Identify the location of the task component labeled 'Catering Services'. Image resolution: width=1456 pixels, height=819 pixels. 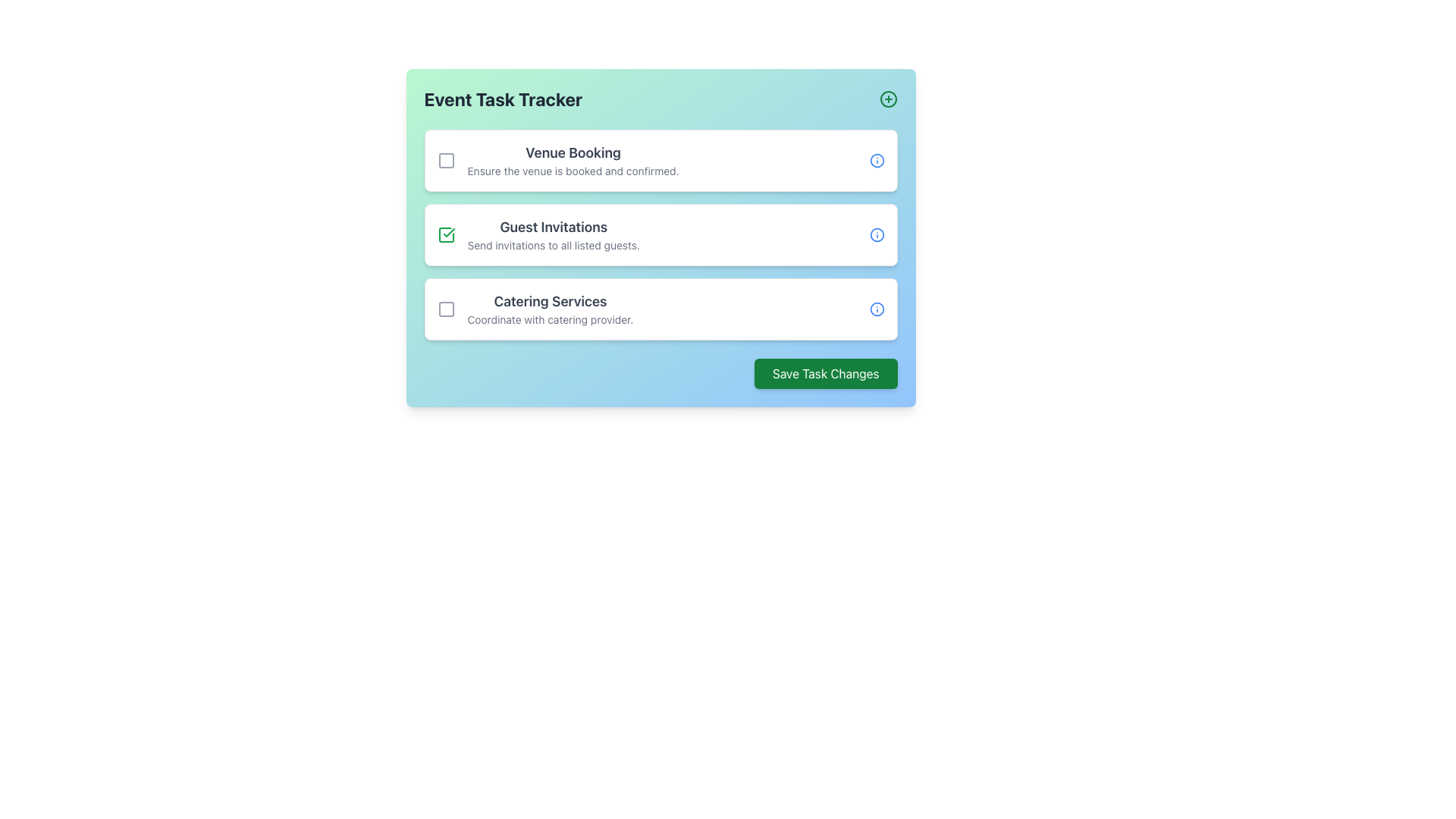
(535, 309).